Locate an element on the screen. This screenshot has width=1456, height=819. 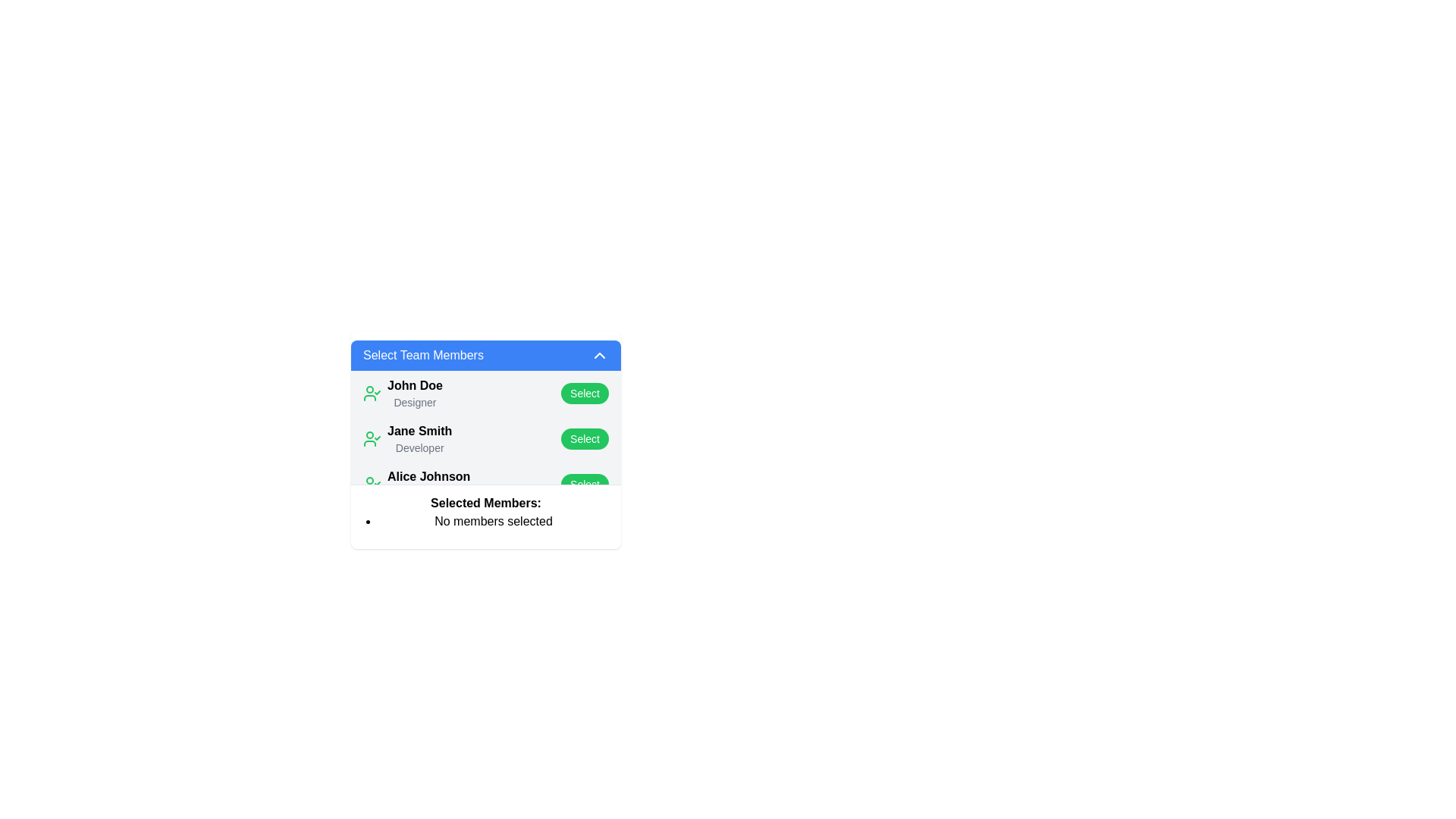
the selection button for 'Alice Johnson' is located at coordinates (584, 485).